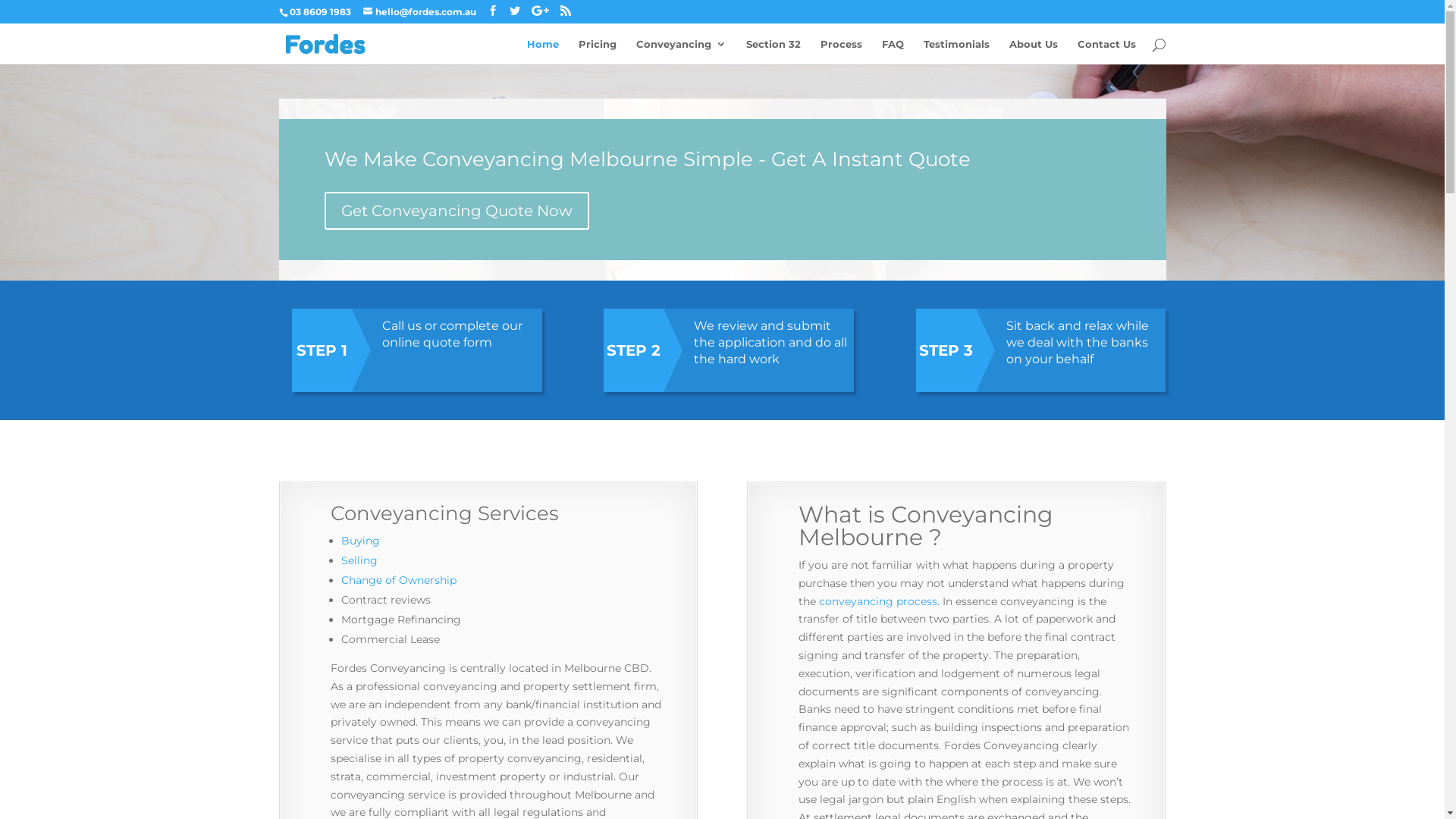 This screenshot has width=1456, height=819. I want to click on 'Conveyancing', so click(679, 51).